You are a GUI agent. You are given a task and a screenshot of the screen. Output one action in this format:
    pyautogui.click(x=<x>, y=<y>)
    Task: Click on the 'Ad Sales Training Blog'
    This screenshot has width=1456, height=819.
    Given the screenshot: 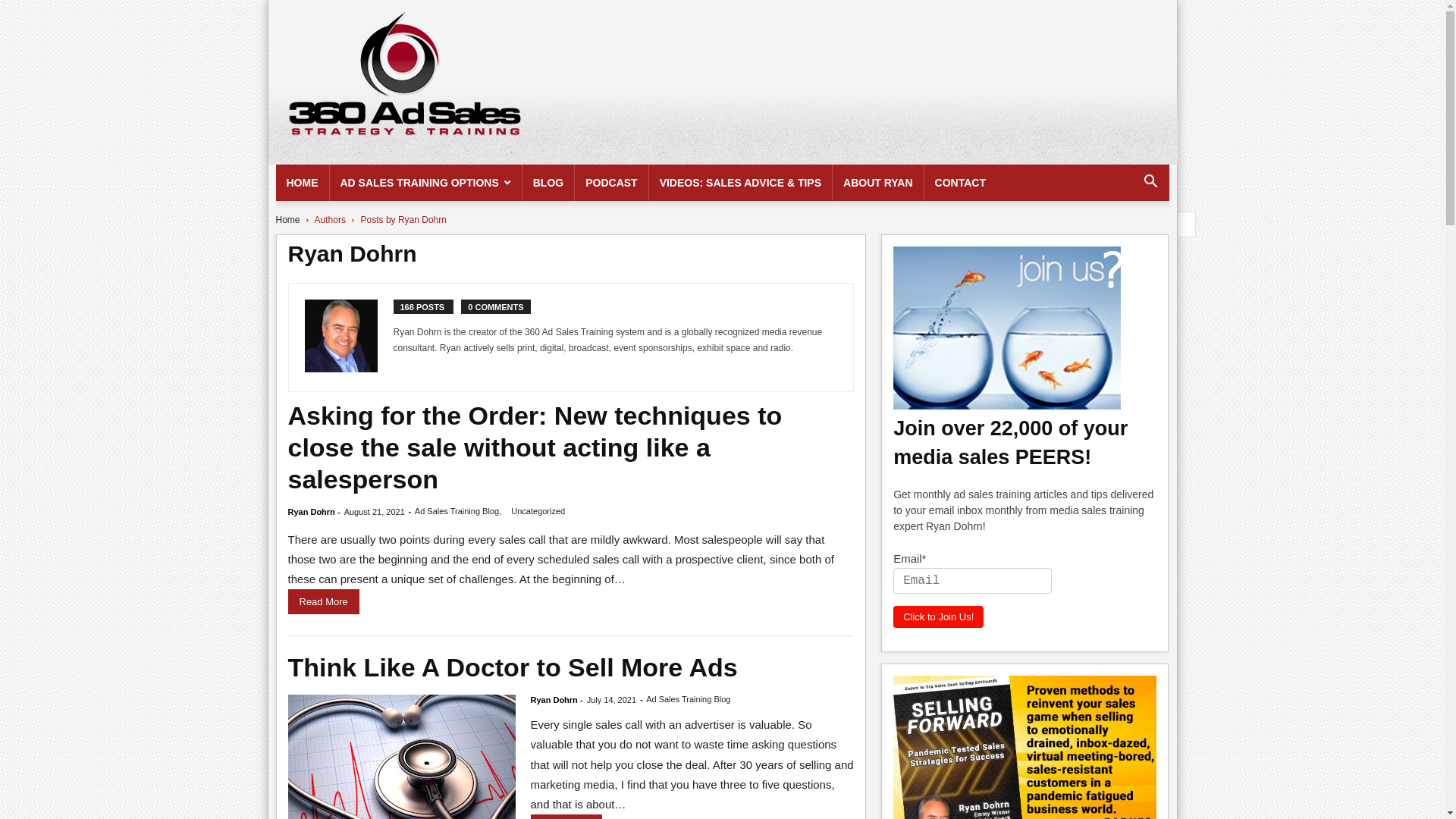 What is the action you would take?
    pyautogui.click(x=456, y=511)
    